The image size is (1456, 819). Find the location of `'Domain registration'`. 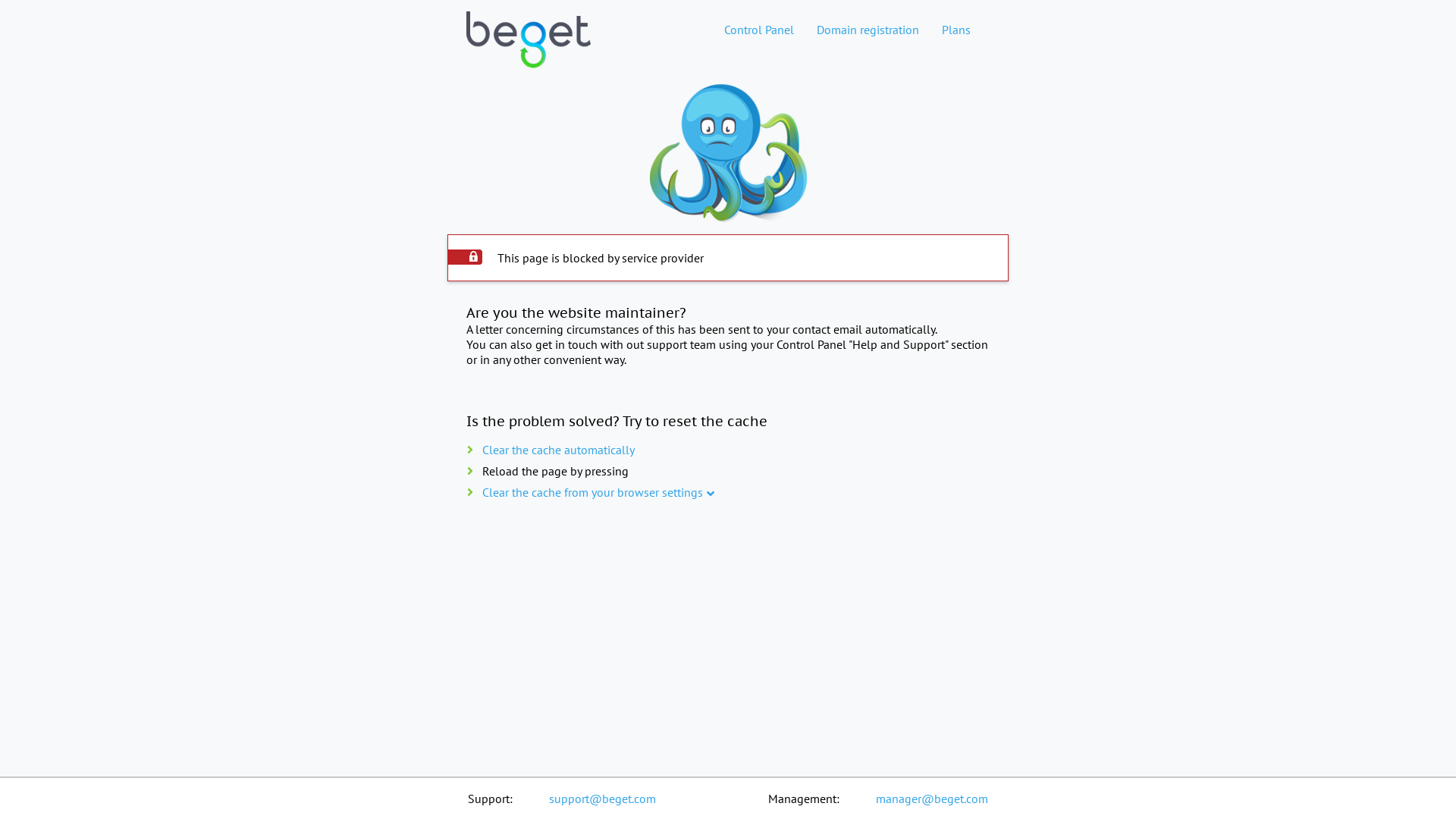

'Domain registration' is located at coordinates (868, 29).